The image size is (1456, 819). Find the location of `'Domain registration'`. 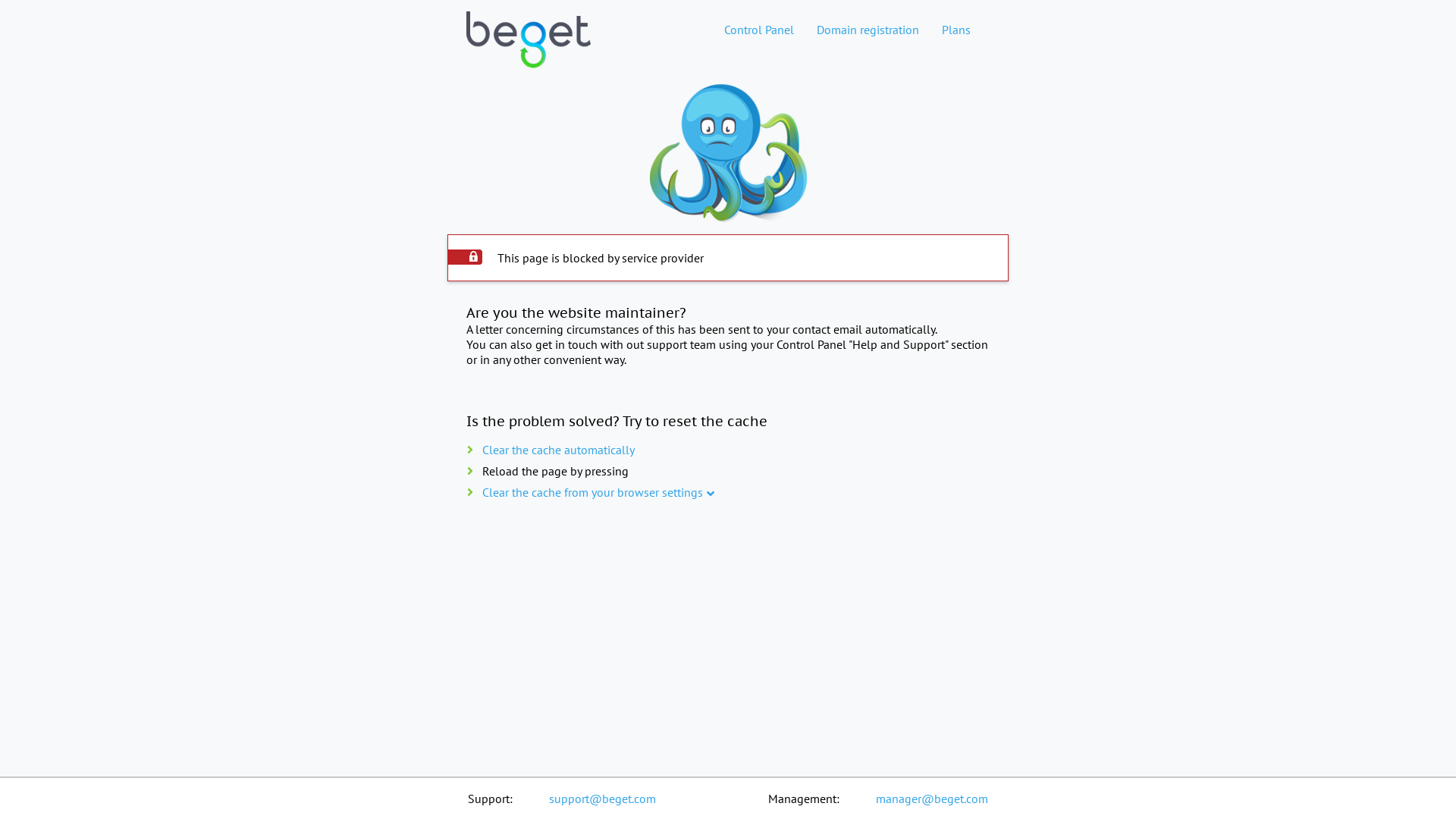

'Domain registration' is located at coordinates (868, 29).